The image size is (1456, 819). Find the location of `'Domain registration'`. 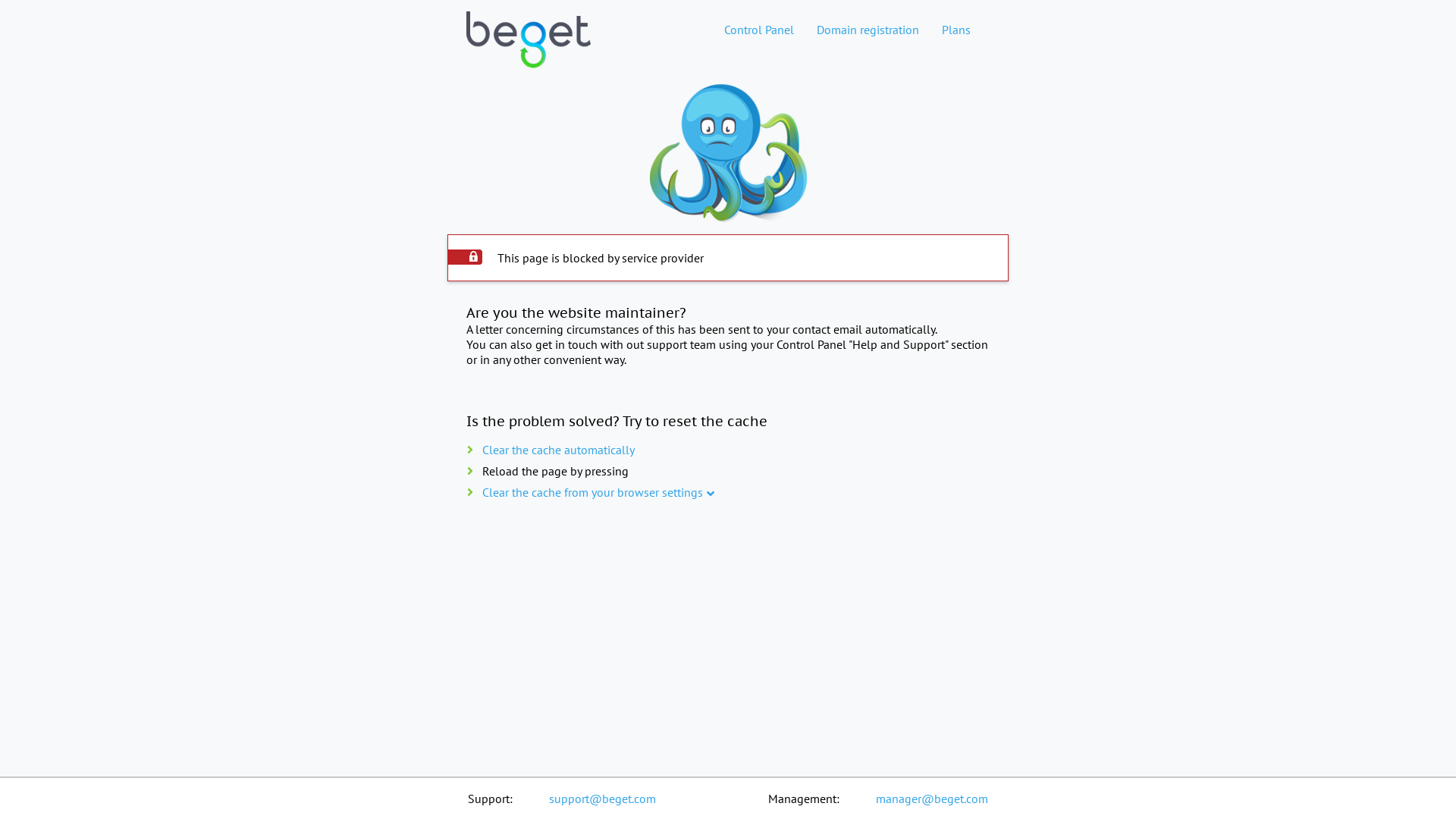

'Domain registration' is located at coordinates (868, 29).